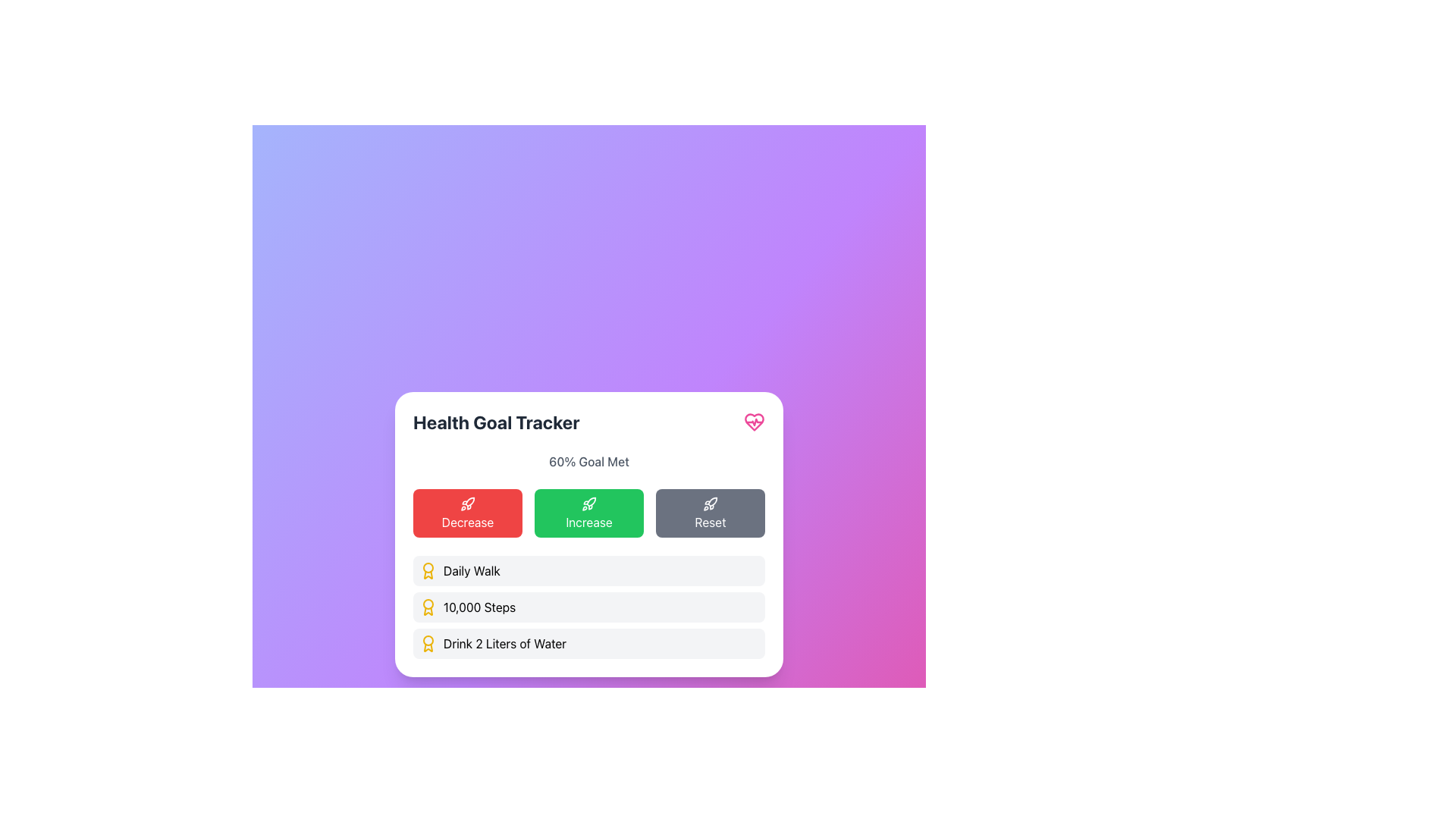  Describe the element at coordinates (428, 570) in the screenshot. I see `the achievement icon representing the 'Daily Walk' health goal located at the beginning of the entry in the health goals list` at that location.